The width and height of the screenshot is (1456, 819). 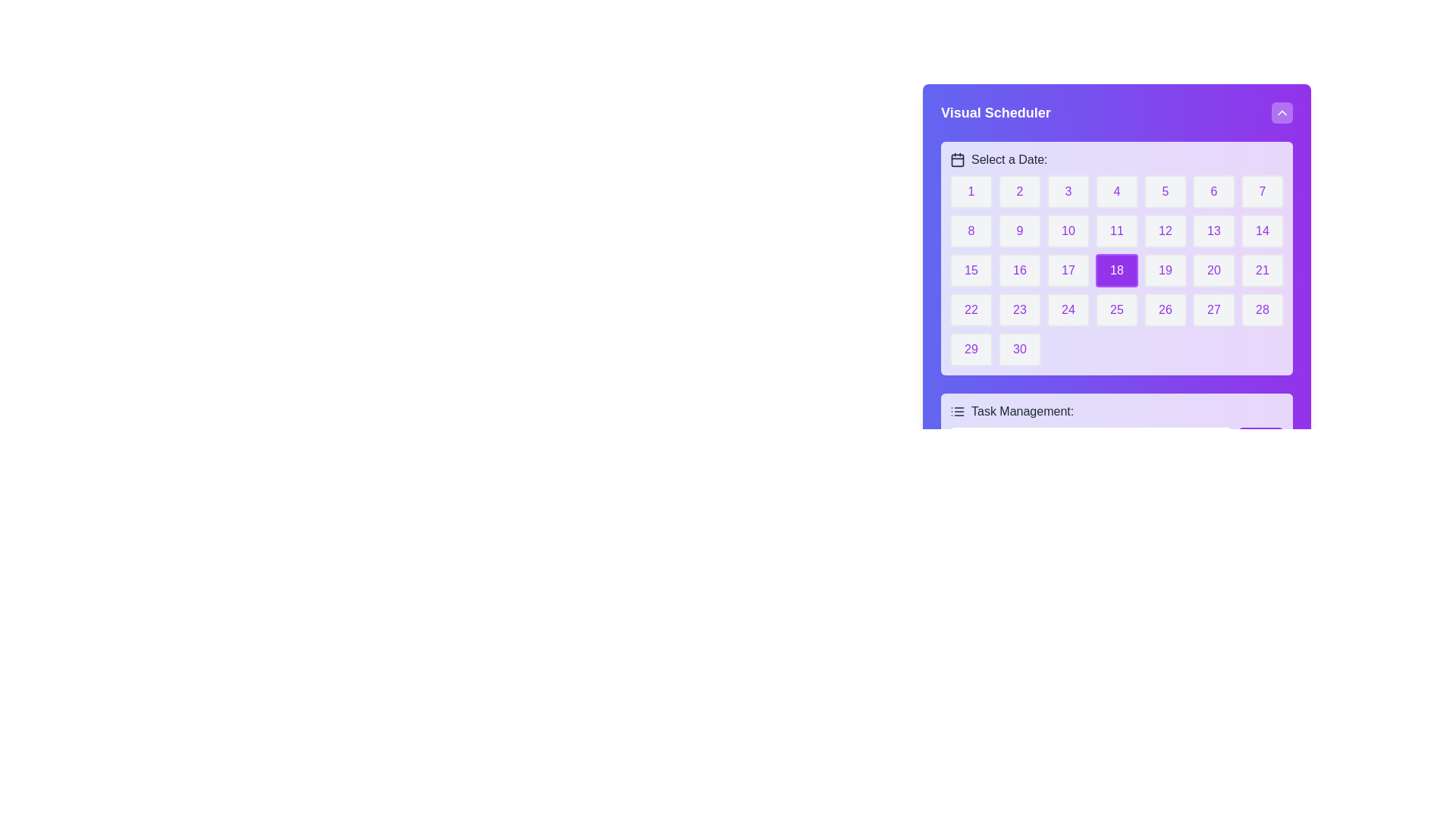 What do you see at coordinates (1068, 231) in the screenshot?
I see `the rectangular button labeled '10' with a light gray background and purple text` at bounding box center [1068, 231].